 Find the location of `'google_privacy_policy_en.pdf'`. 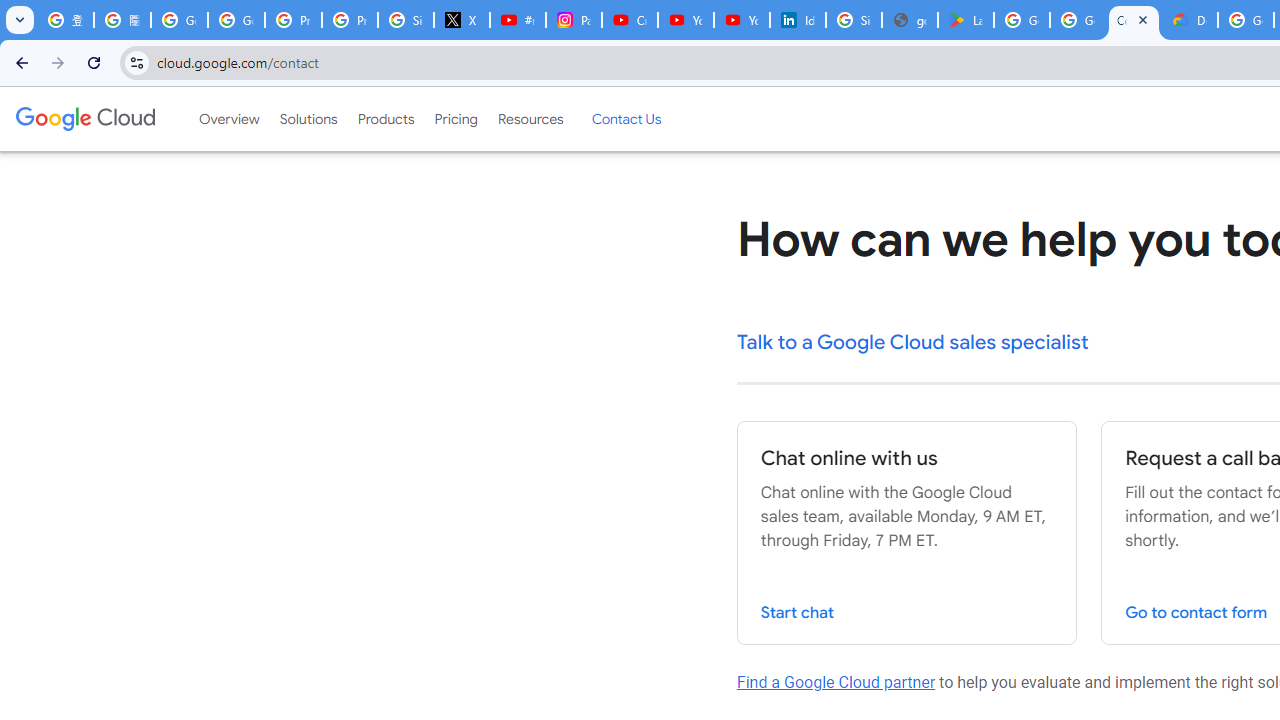

'google_privacy_policy_en.pdf' is located at coordinates (909, 20).